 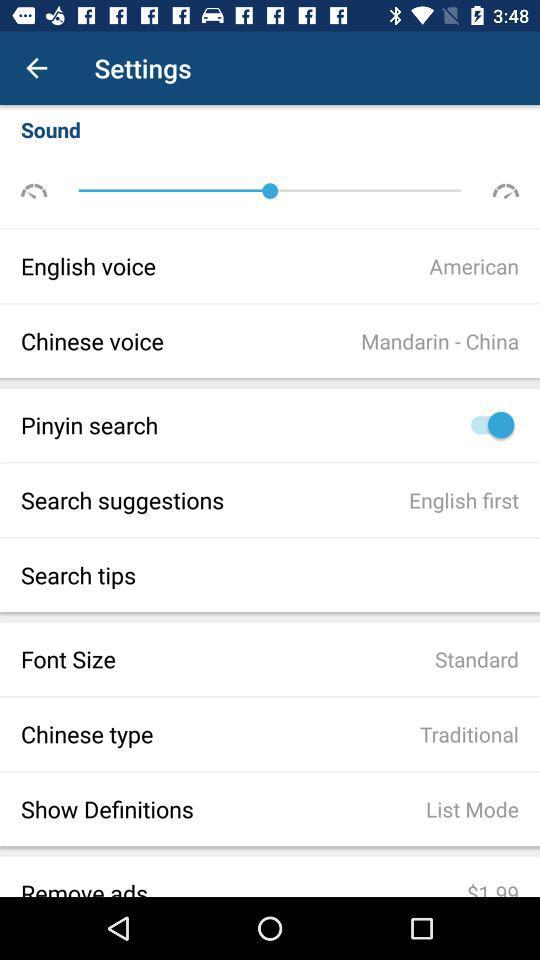 What do you see at coordinates (486, 425) in the screenshot?
I see `item to the right of the pinyin search item` at bounding box center [486, 425].